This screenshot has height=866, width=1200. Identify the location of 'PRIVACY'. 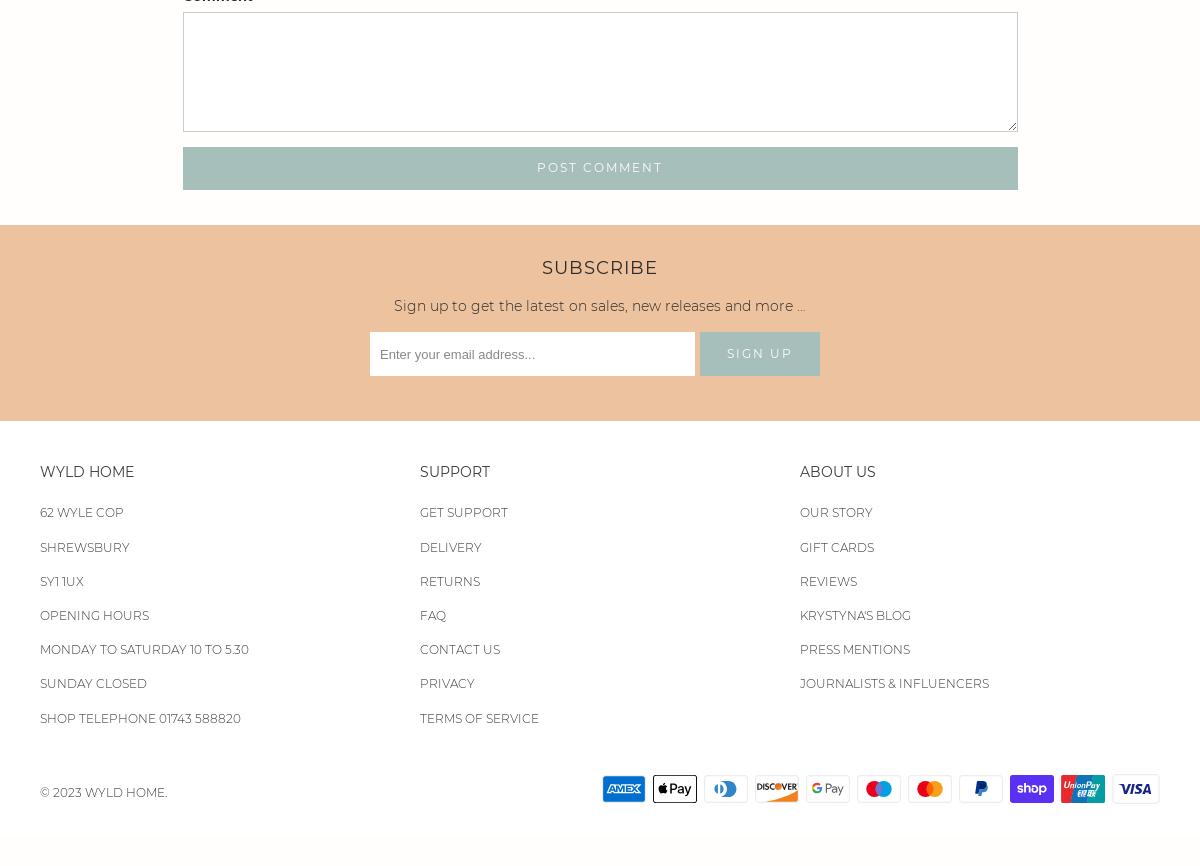
(446, 682).